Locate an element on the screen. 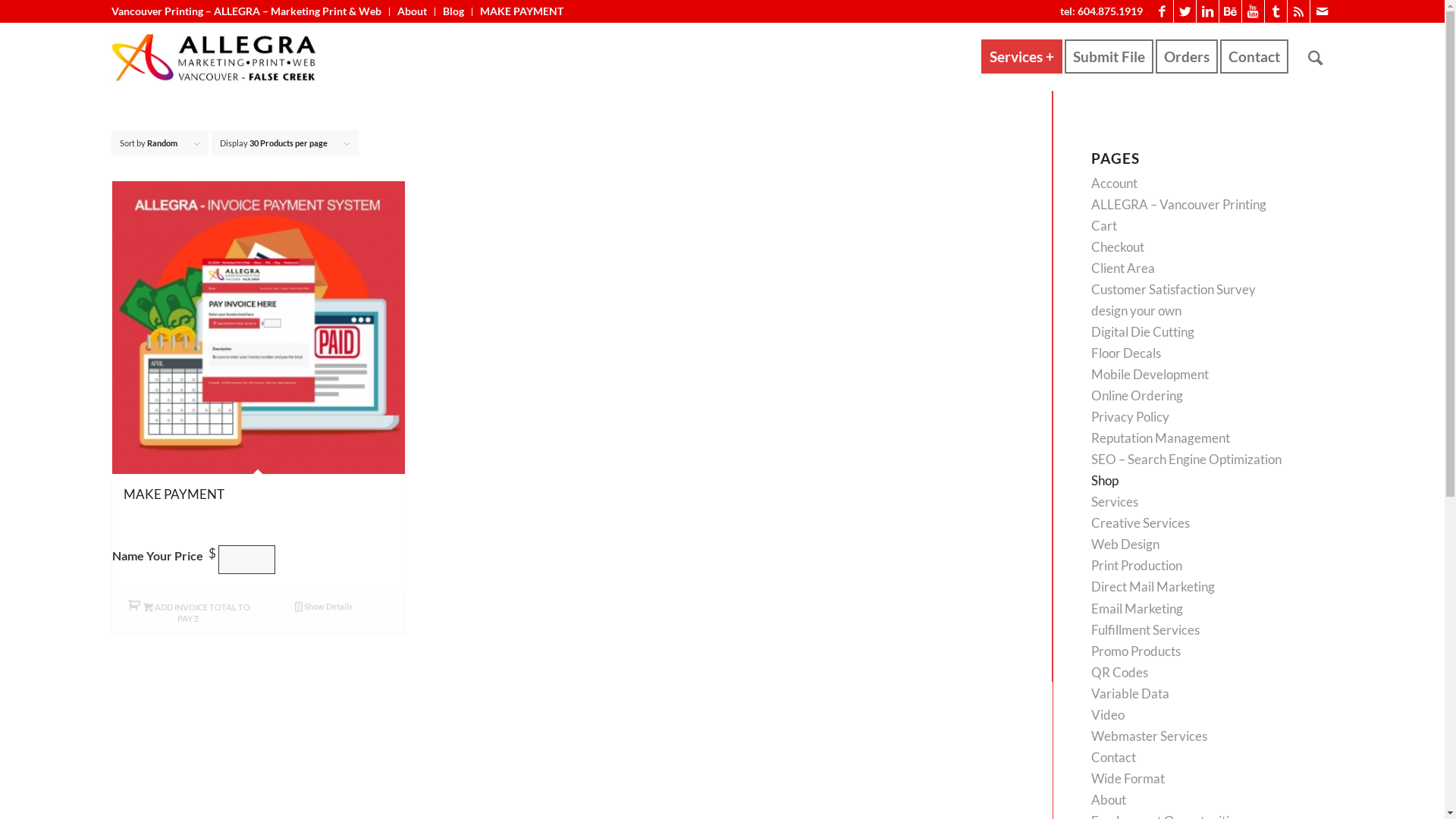 The height and width of the screenshot is (819, 1456). 'Video' is located at coordinates (1107, 714).